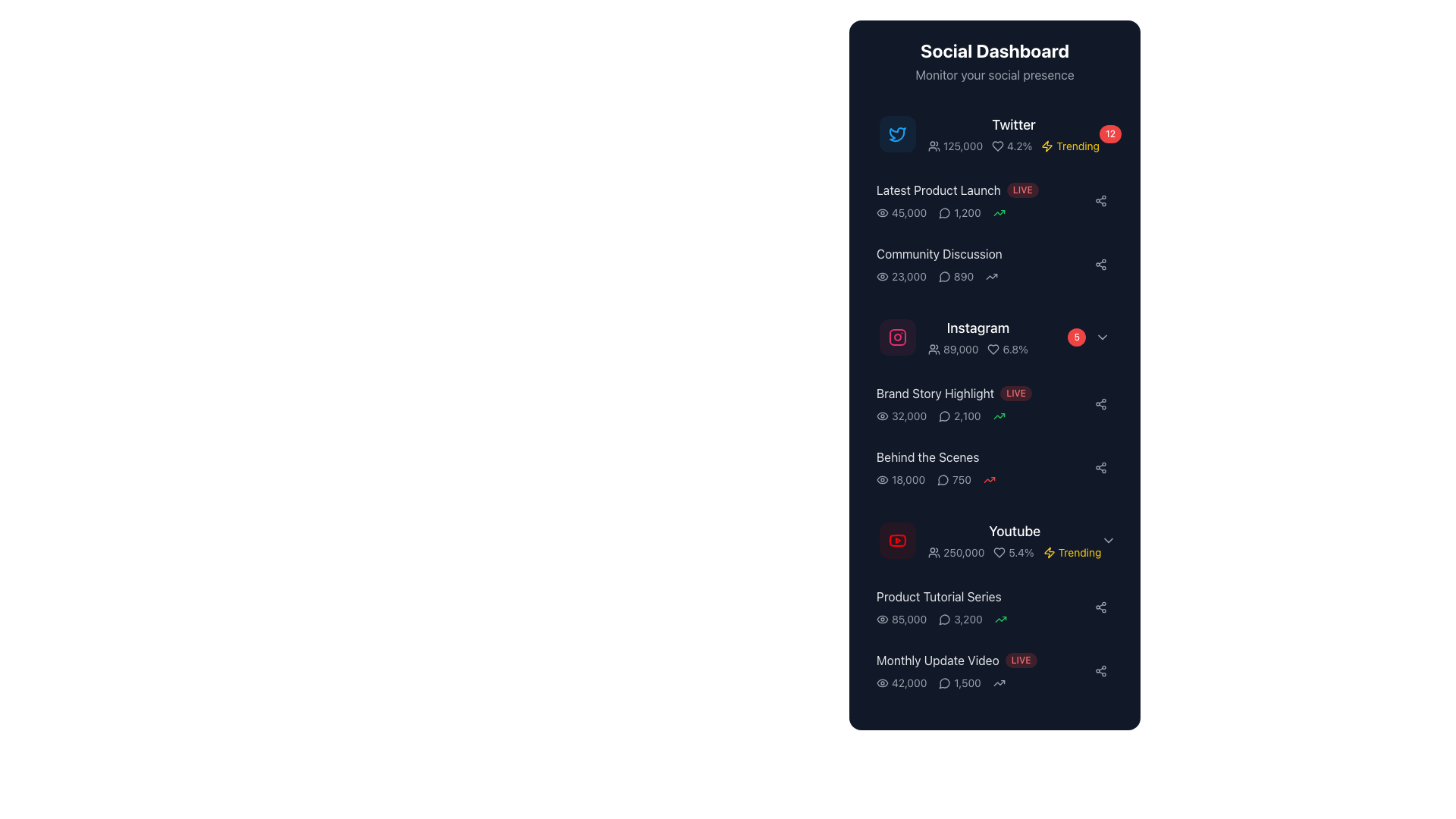 The height and width of the screenshot is (819, 1456). I want to click on the 'Youtube' text or any interactive sub-elements within the Composite display card that shows metrics such as '250,000', '5.4%', or 'Trending', so click(1015, 540).